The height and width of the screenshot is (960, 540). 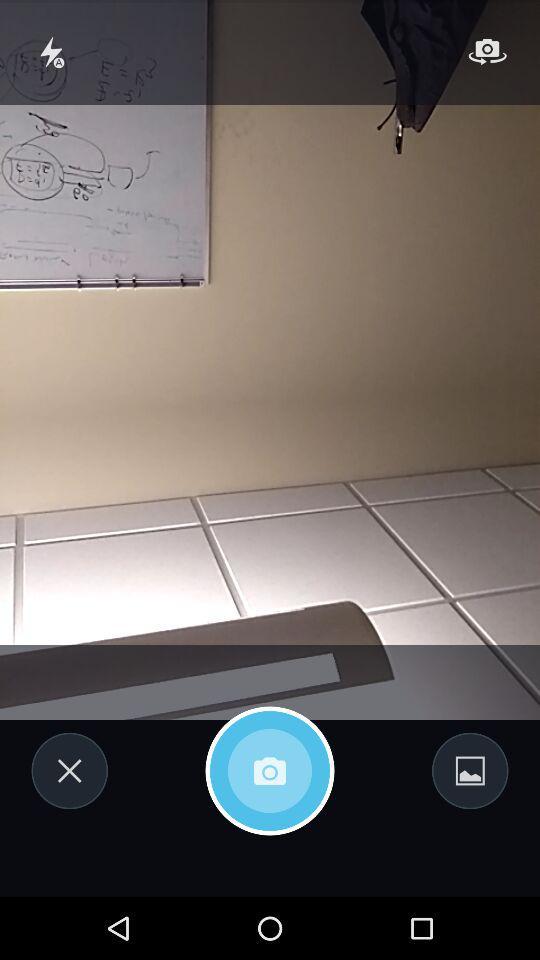 What do you see at coordinates (486, 55) in the screenshot?
I see `the swap icon` at bounding box center [486, 55].